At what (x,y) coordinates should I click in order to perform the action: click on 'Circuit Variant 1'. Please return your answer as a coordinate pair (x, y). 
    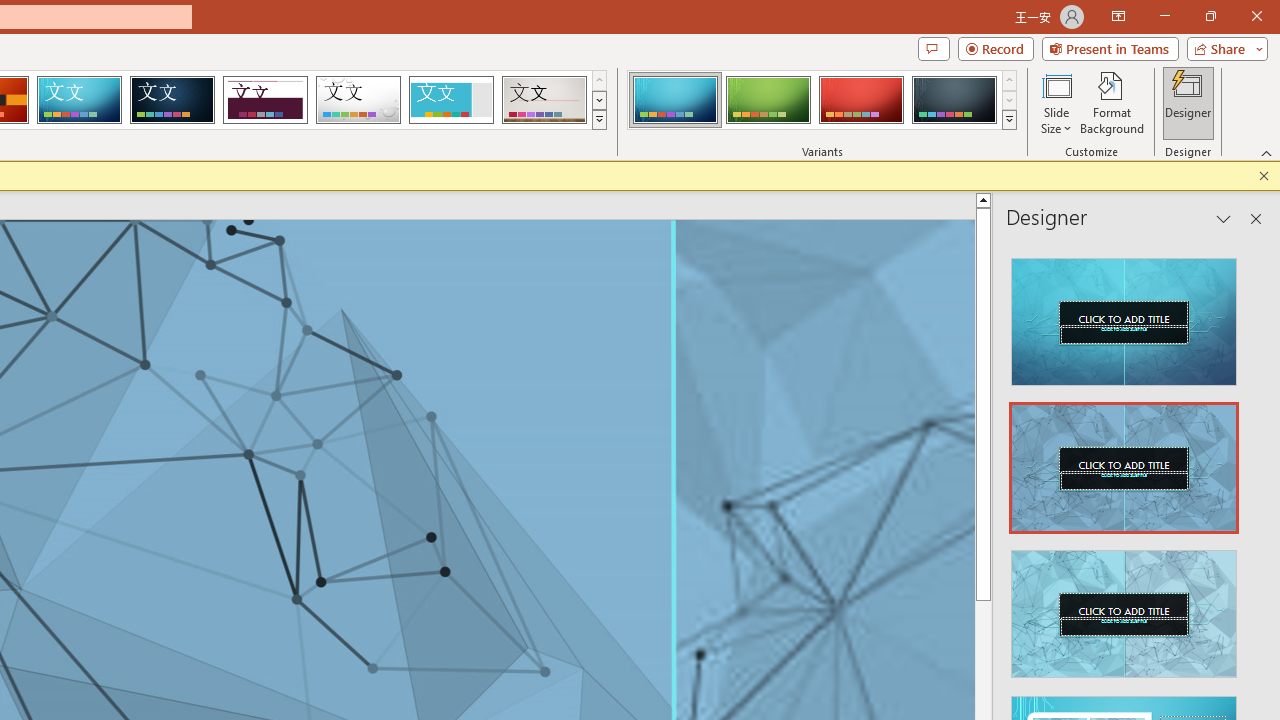
    Looking at the image, I should click on (675, 100).